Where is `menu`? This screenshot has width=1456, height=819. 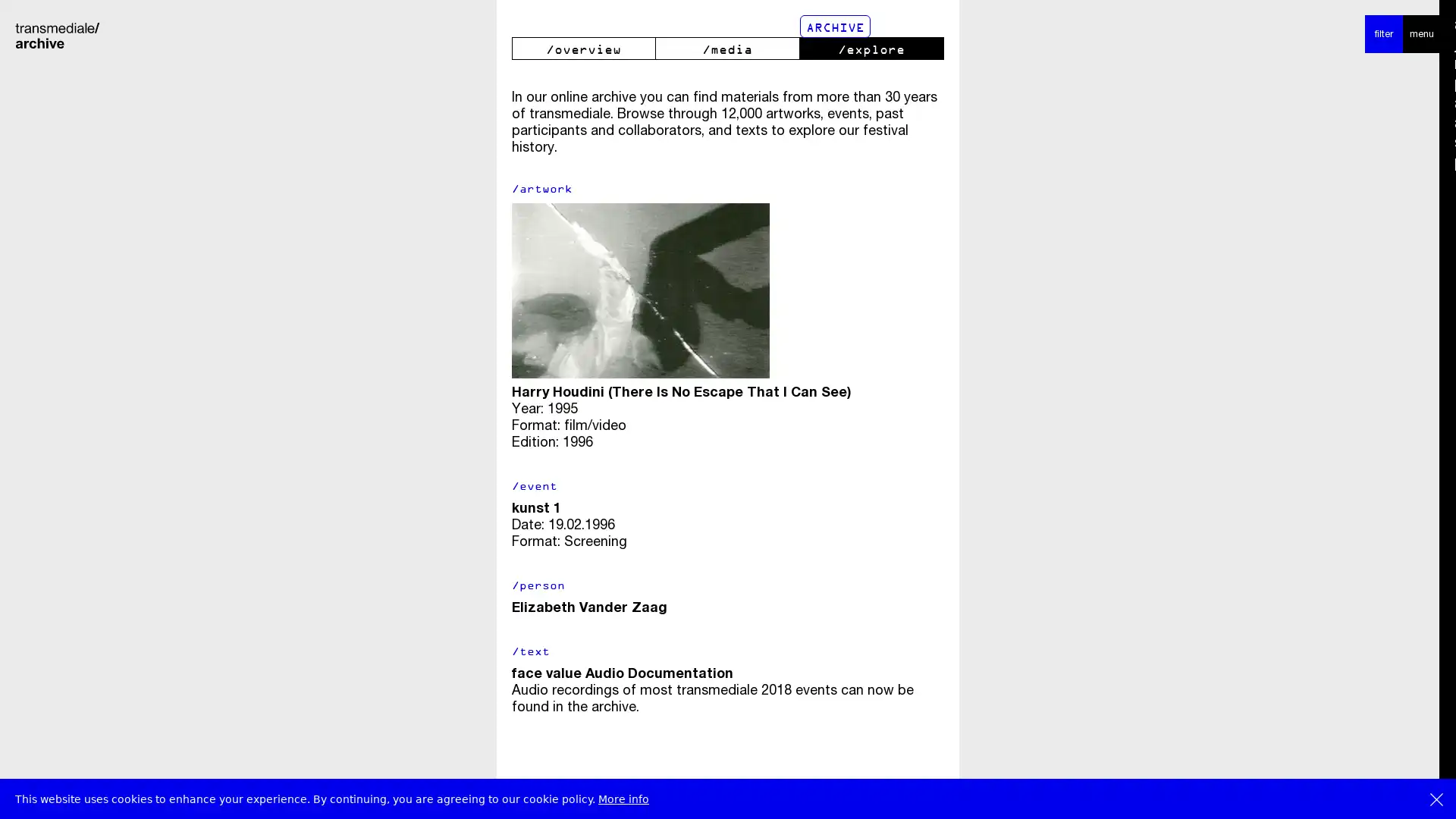 menu is located at coordinates (1421, 34).